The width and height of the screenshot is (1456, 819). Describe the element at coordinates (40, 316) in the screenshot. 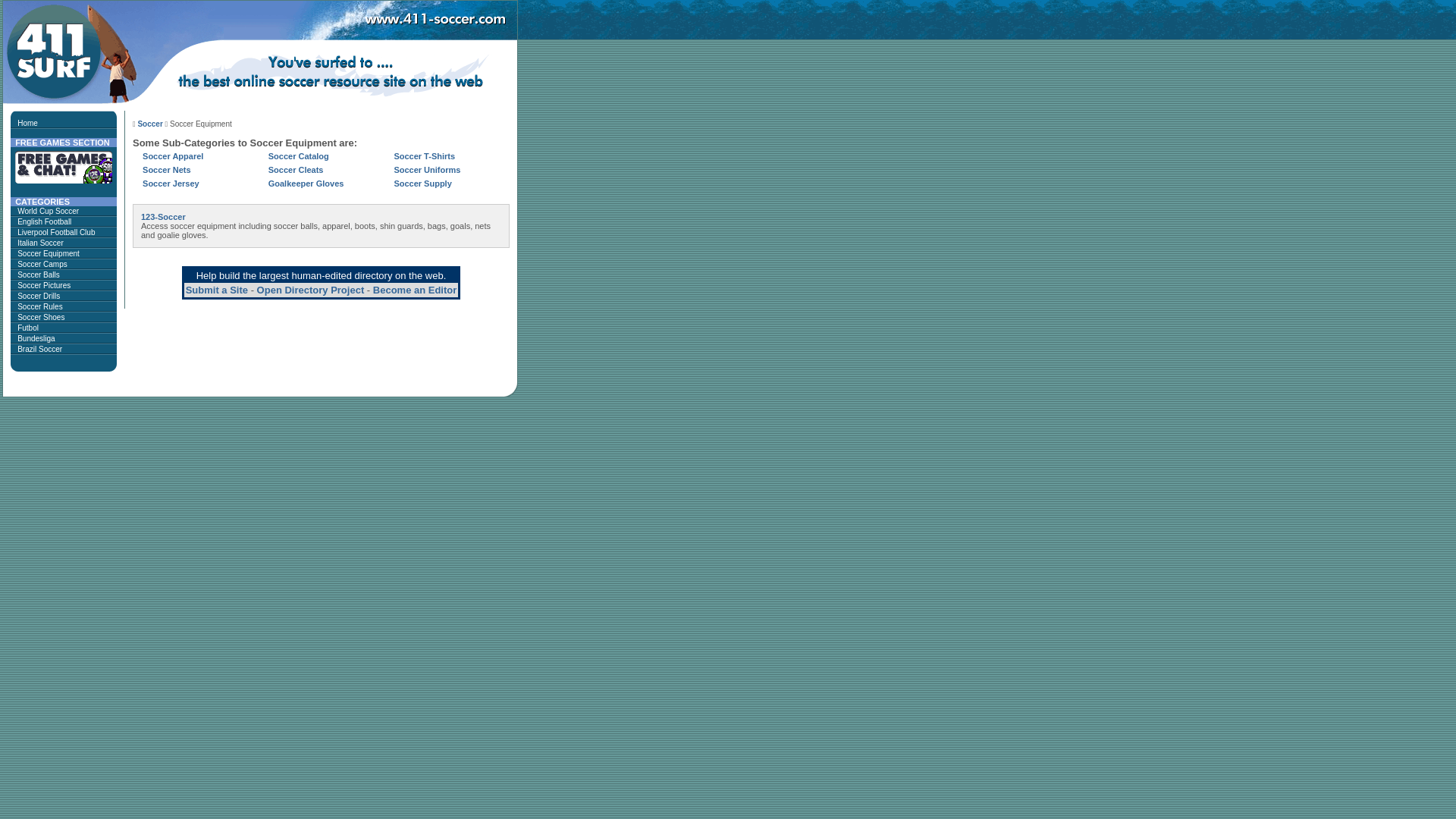

I see `'Soccer Shoes'` at that location.